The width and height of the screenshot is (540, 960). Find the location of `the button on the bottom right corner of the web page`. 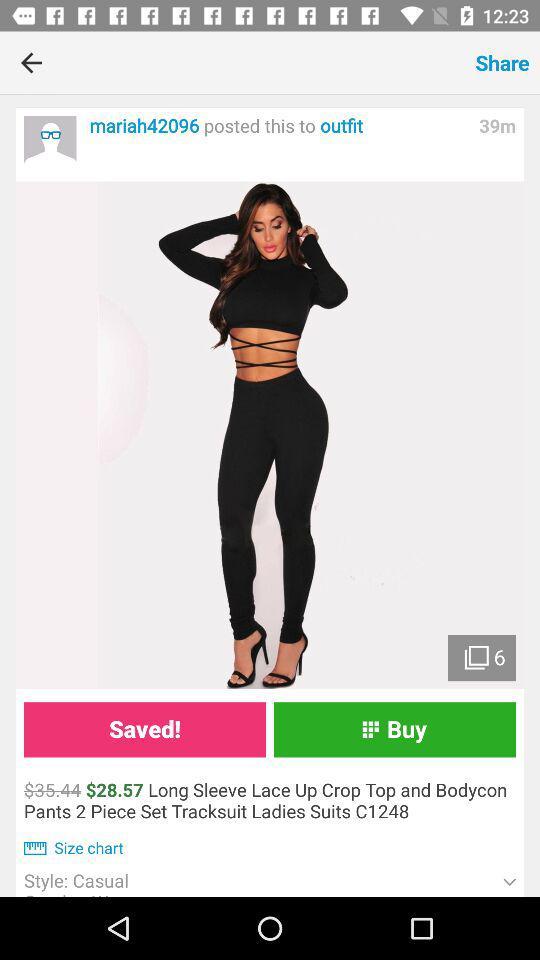

the button on the bottom right corner of the web page is located at coordinates (509, 881).